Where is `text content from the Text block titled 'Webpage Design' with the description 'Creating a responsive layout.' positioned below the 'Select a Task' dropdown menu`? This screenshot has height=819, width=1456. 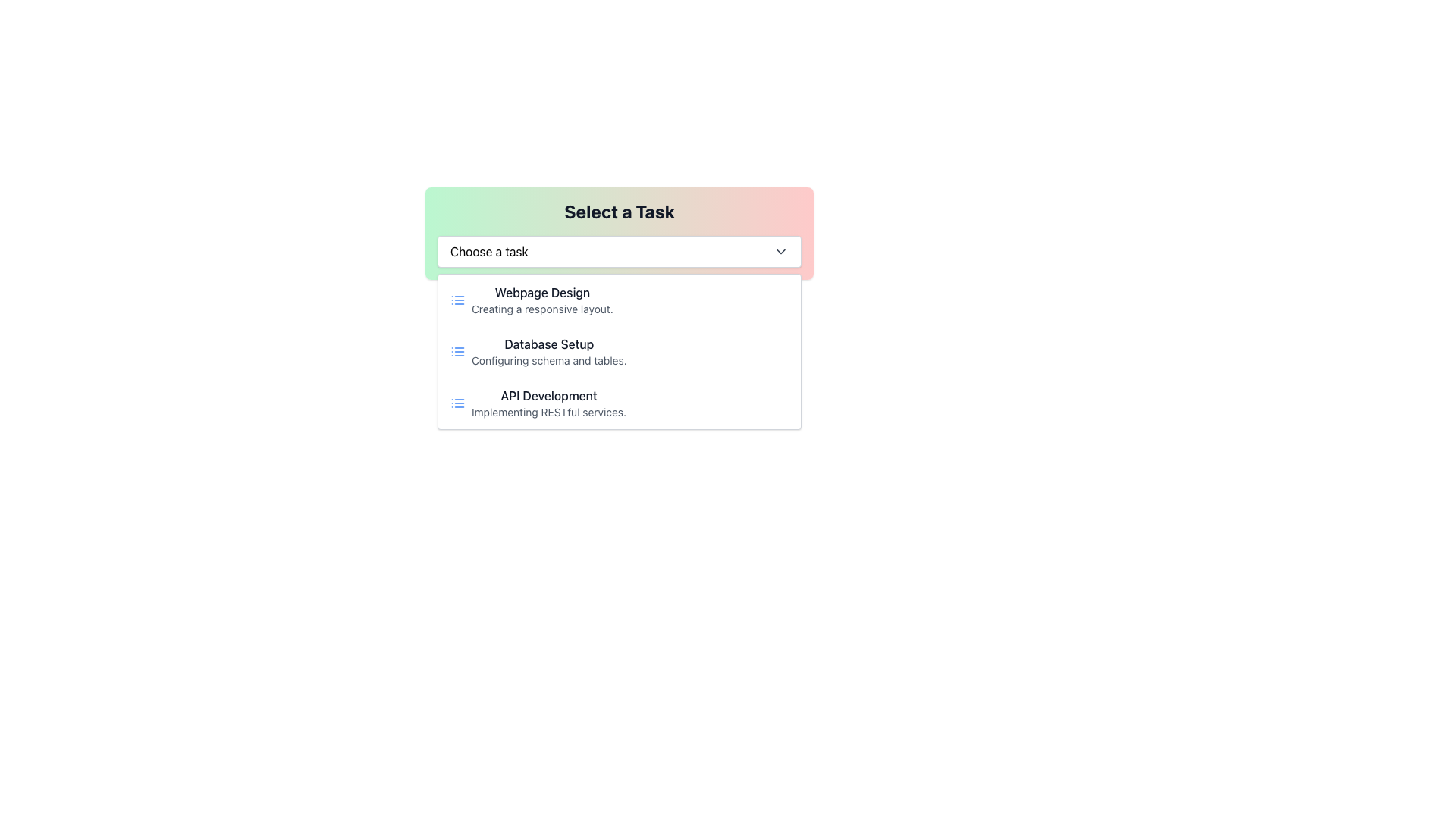 text content from the Text block titled 'Webpage Design' with the description 'Creating a responsive layout.' positioned below the 'Select a Task' dropdown menu is located at coordinates (542, 300).